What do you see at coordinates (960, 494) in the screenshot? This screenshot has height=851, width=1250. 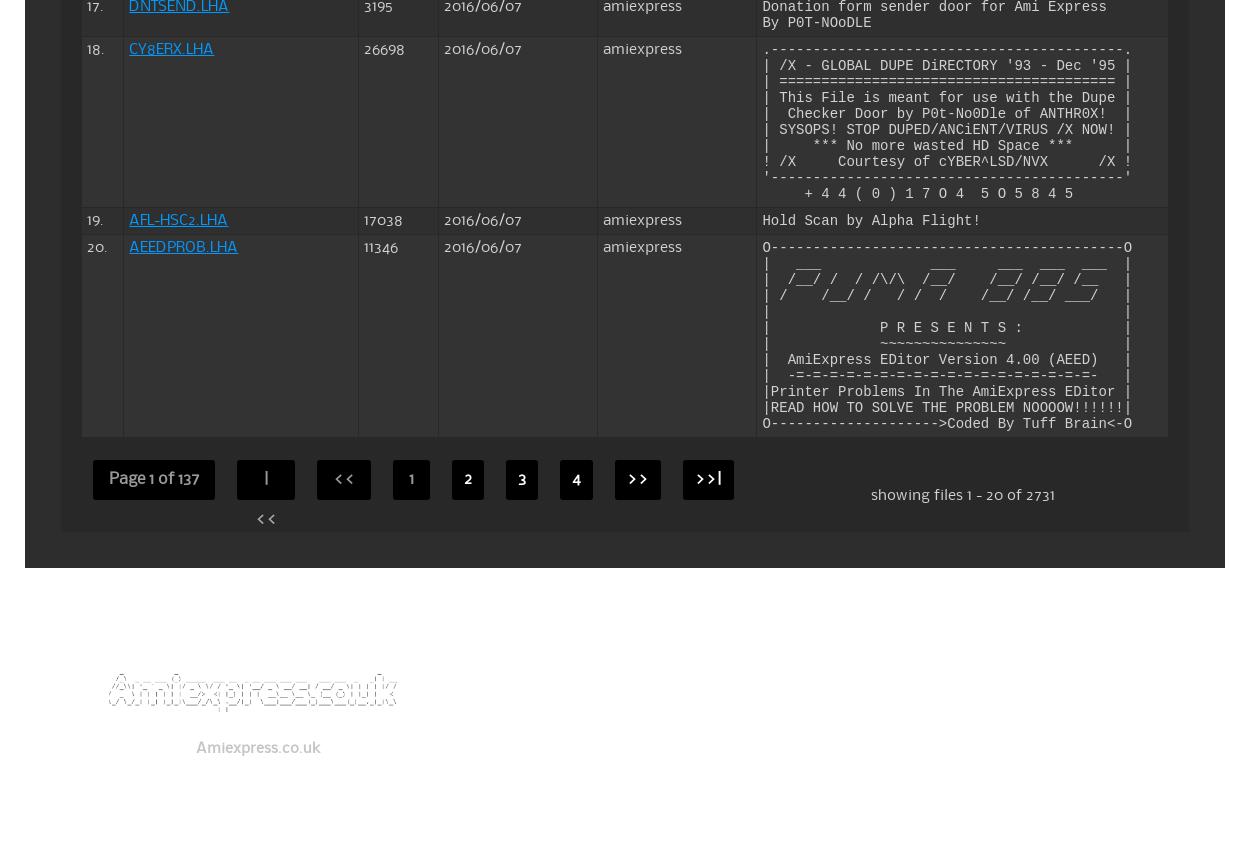 I see `'showing files 1 - 20  of 2731'` at bounding box center [960, 494].